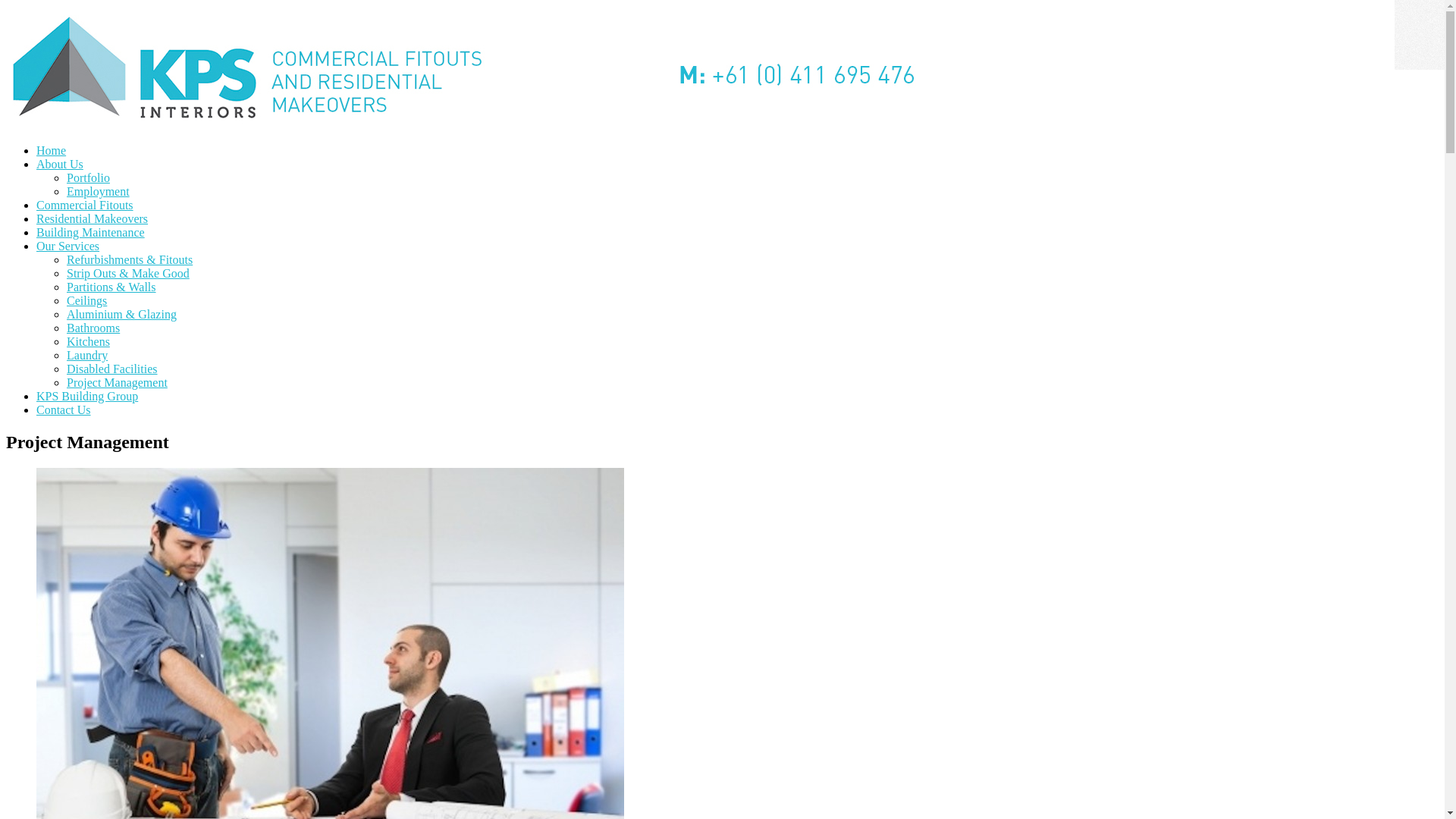 The image size is (1456, 819). What do you see at coordinates (111, 369) in the screenshot?
I see `'Disabled Facilities'` at bounding box center [111, 369].